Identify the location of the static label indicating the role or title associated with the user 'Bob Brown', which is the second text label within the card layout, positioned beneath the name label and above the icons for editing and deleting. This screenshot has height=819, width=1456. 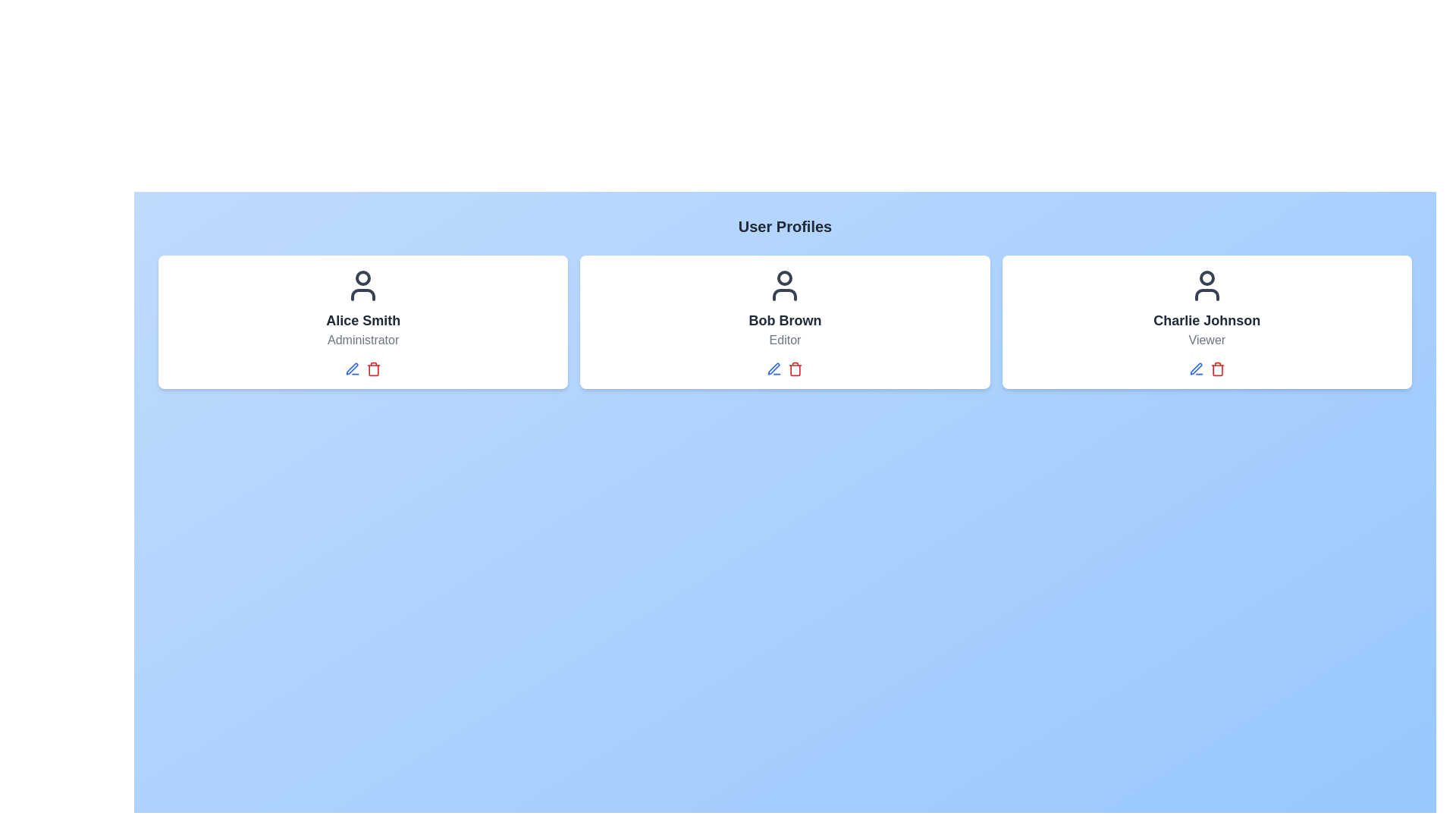
(785, 339).